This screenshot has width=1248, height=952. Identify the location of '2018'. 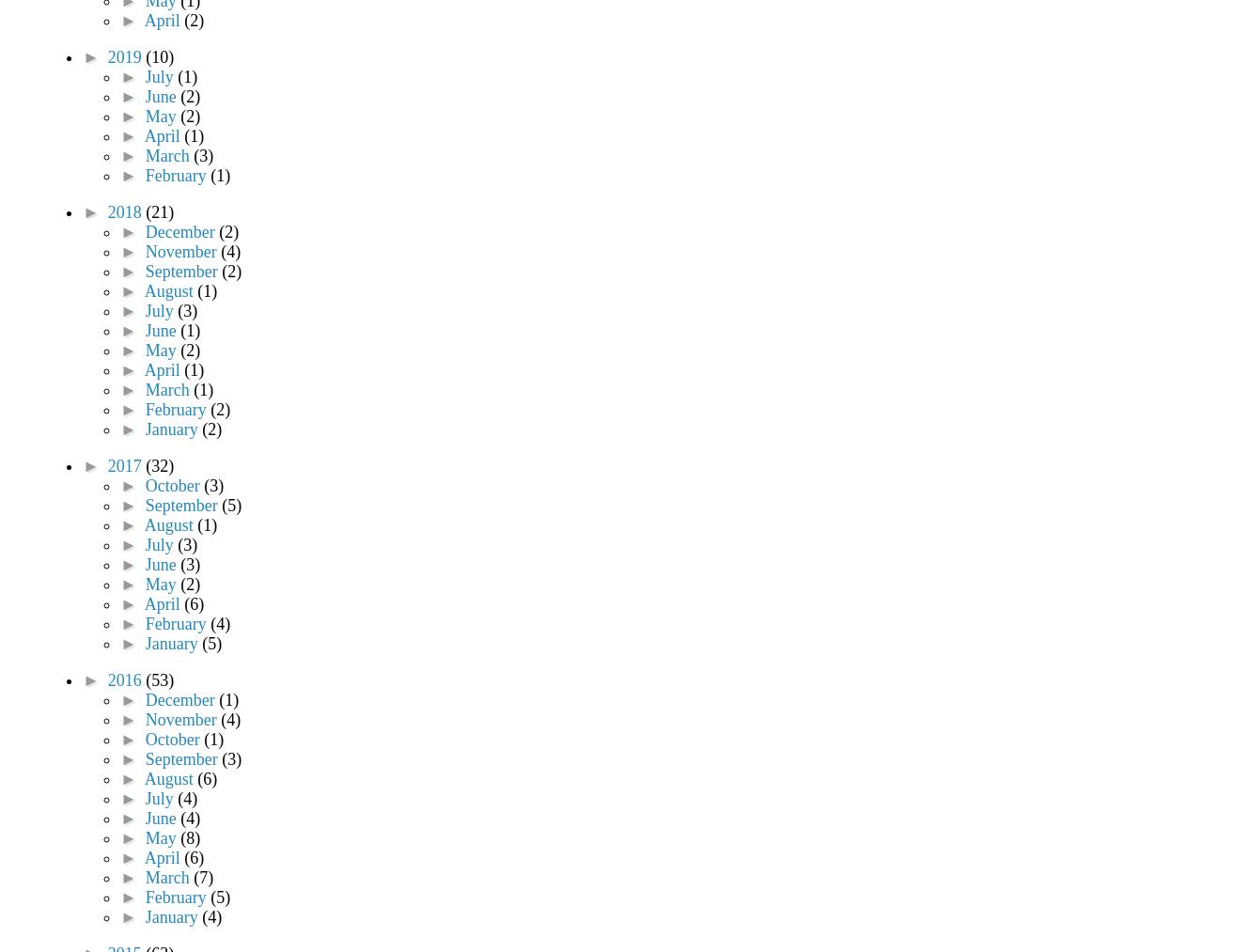
(125, 211).